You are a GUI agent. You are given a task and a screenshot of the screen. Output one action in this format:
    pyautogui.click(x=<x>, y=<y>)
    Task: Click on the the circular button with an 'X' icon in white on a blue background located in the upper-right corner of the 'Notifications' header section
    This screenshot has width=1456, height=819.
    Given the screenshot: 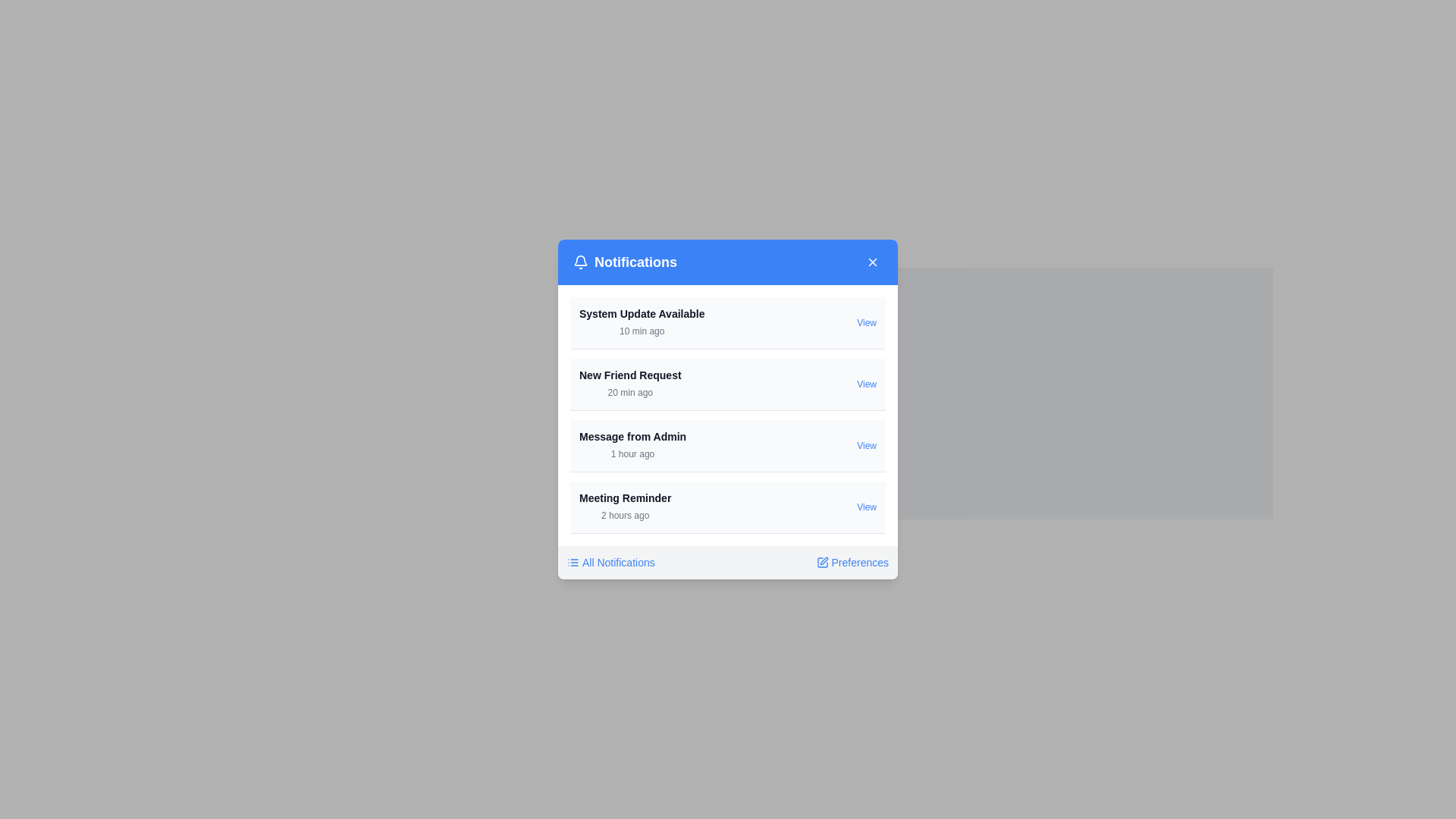 What is the action you would take?
    pyautogui.click(x=873, y=262)
    